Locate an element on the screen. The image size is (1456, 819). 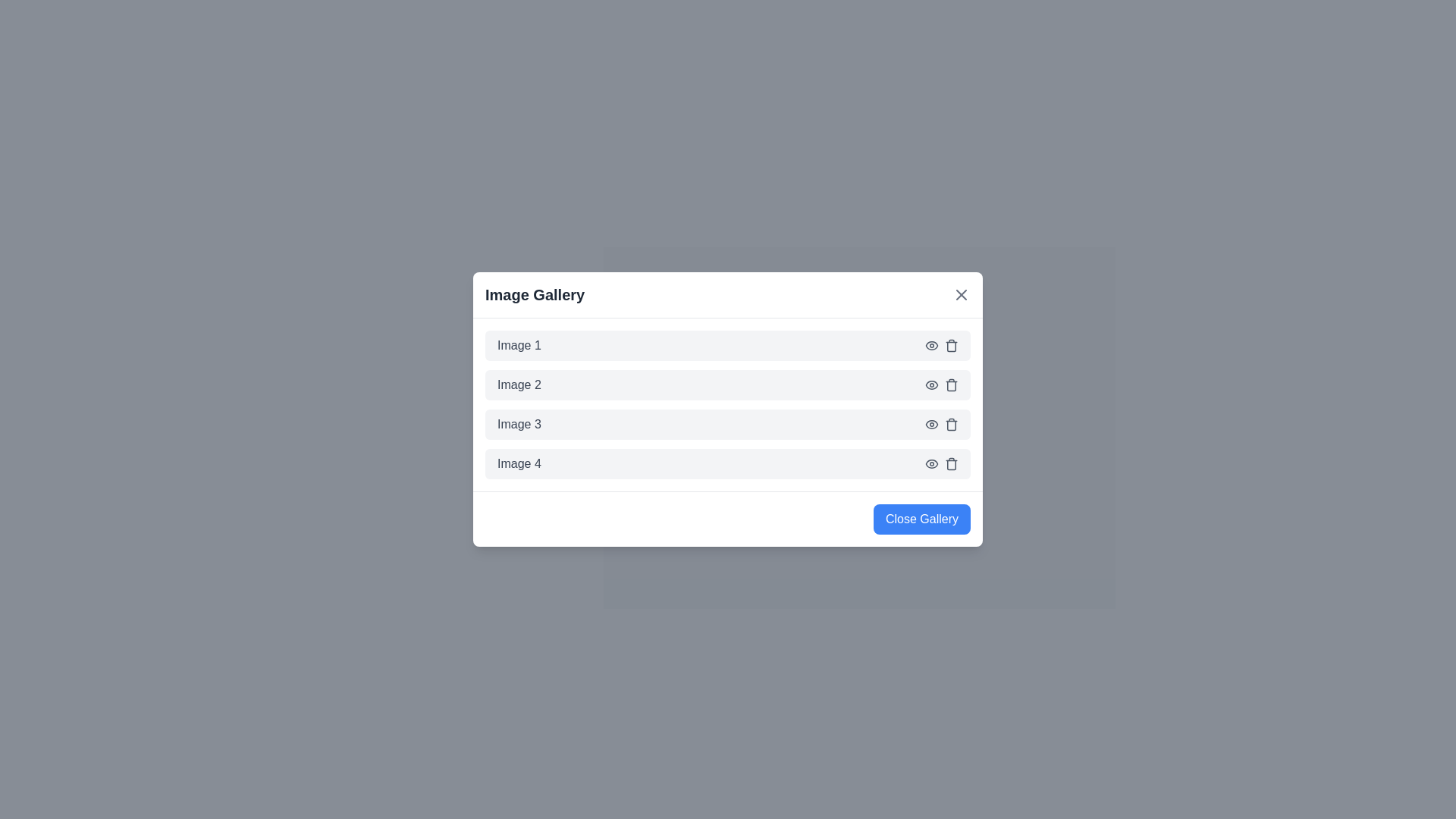
the eye icon button in the Image Gallery is located at coordinates (930, 424).